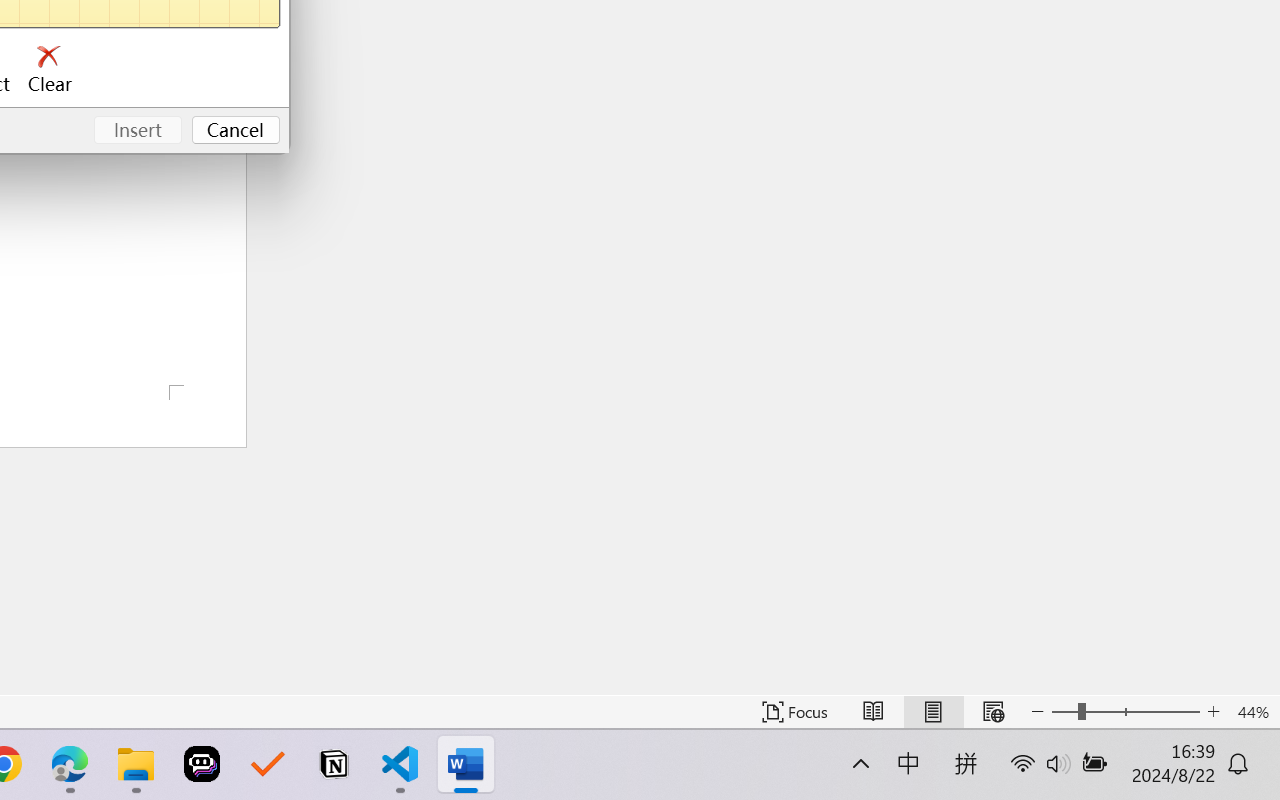  Describe the element at coordinates (334, 764) in the screenshot. I see `'Notion'` at that location.